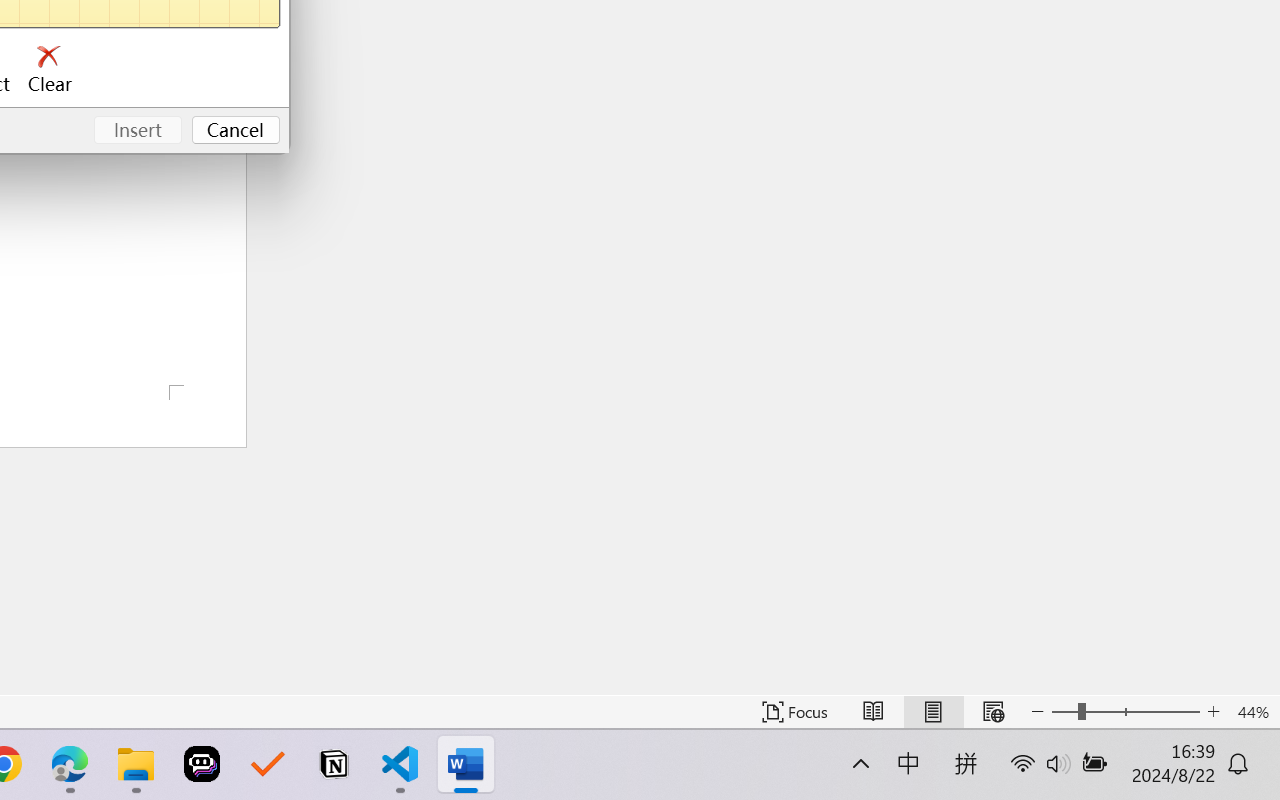  Describe the element at coordinates (334, 764) in the screenshot. I see `'Notion'` at that location.